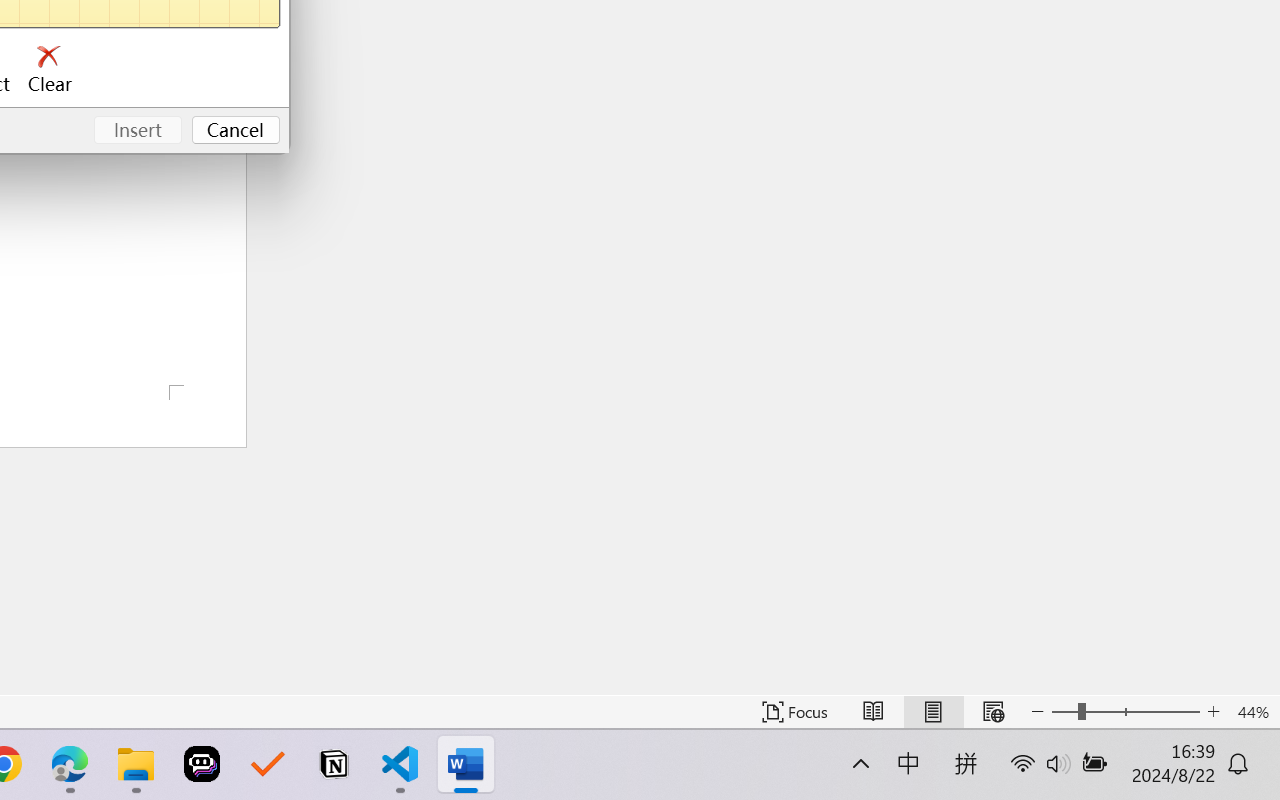  Describe the element at coordinates (334, 764) in the screenshot. I see `'Notion'` at that location.